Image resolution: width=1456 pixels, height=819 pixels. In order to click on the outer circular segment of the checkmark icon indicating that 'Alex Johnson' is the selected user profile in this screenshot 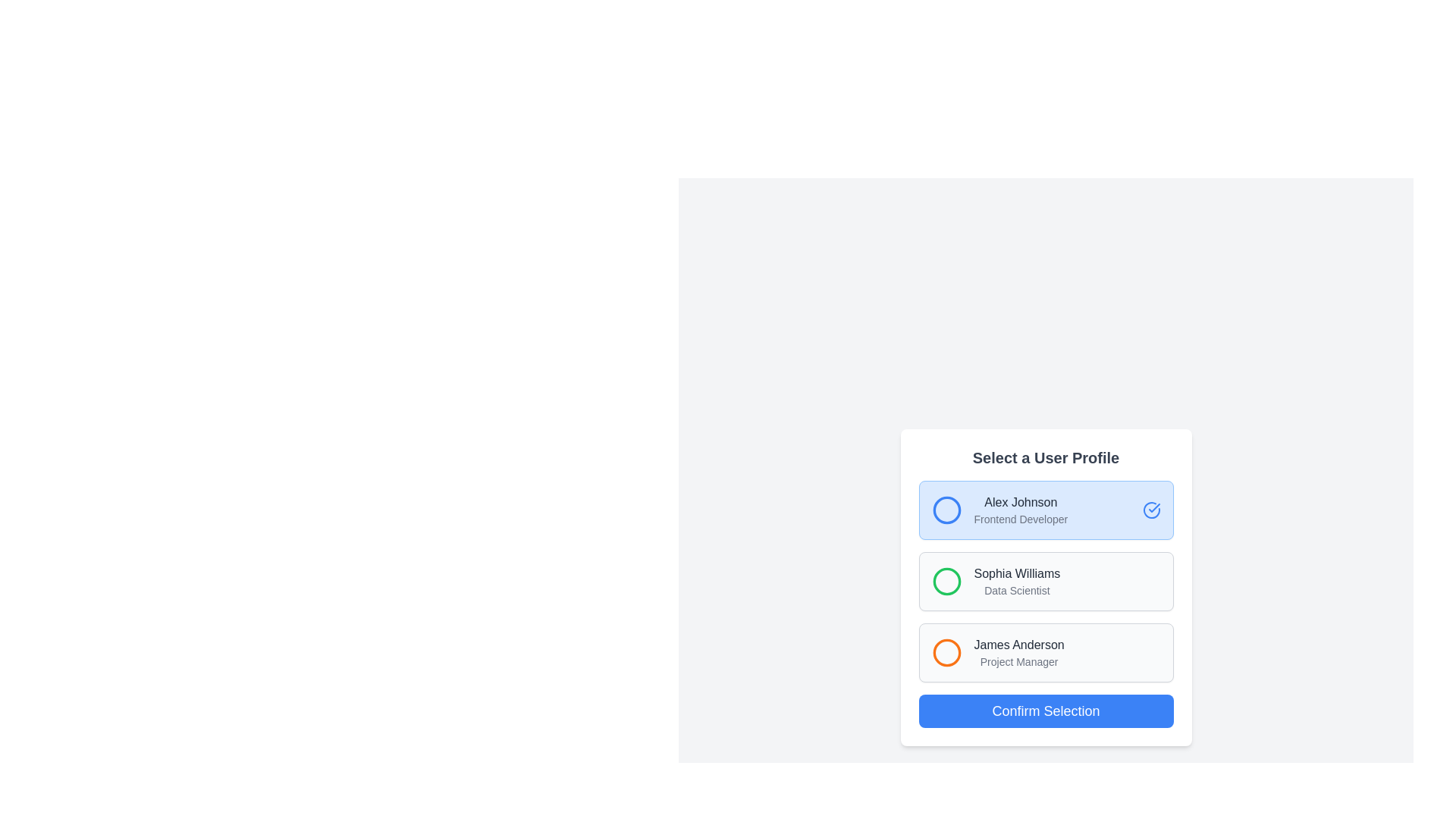, I will do `click(1151, 510)`.